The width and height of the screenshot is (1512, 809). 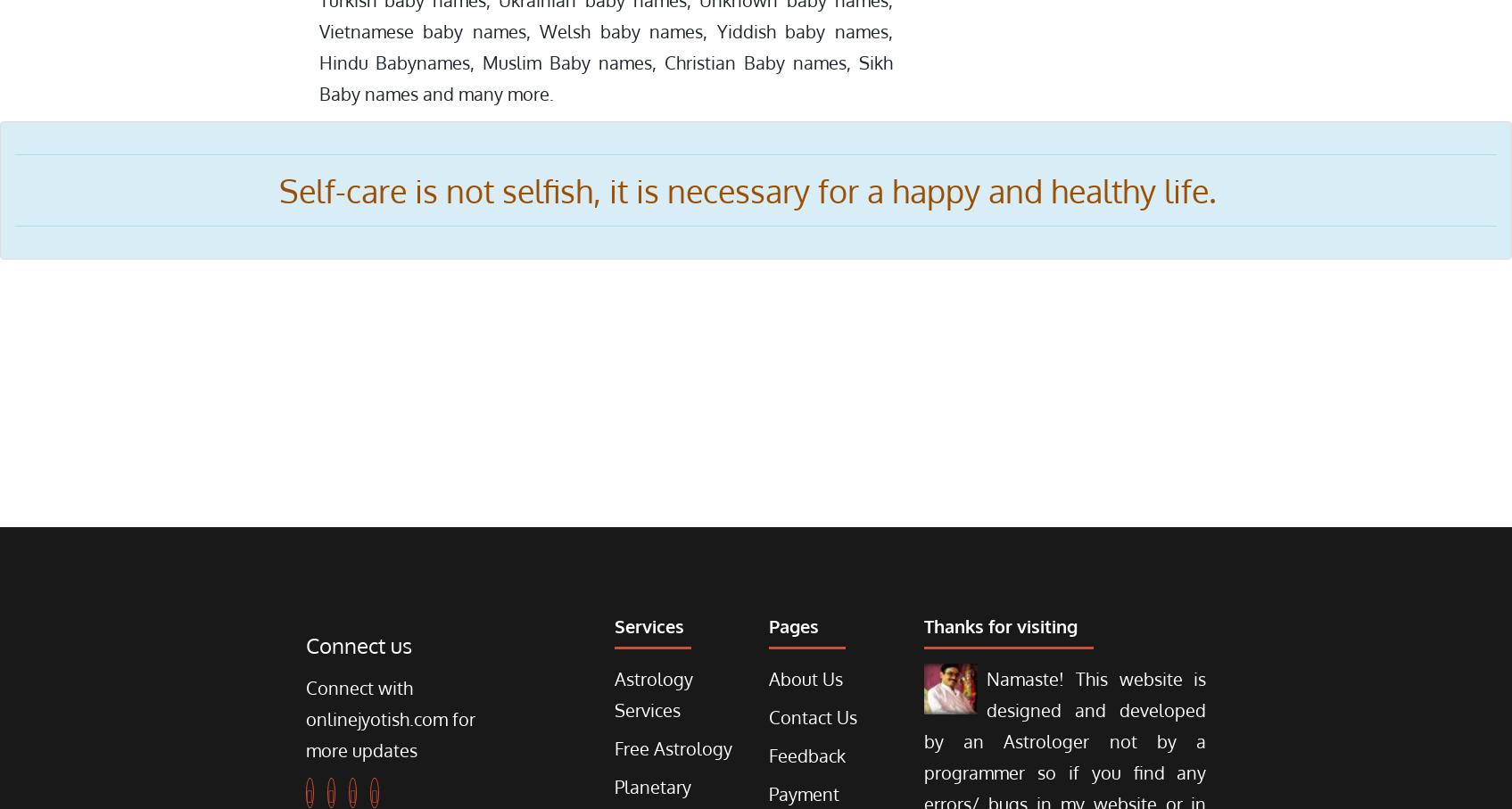 I want to click on 'Self-care is not selfish, it is necessary for a happy and healthy life.', so click(x=756, y=189).